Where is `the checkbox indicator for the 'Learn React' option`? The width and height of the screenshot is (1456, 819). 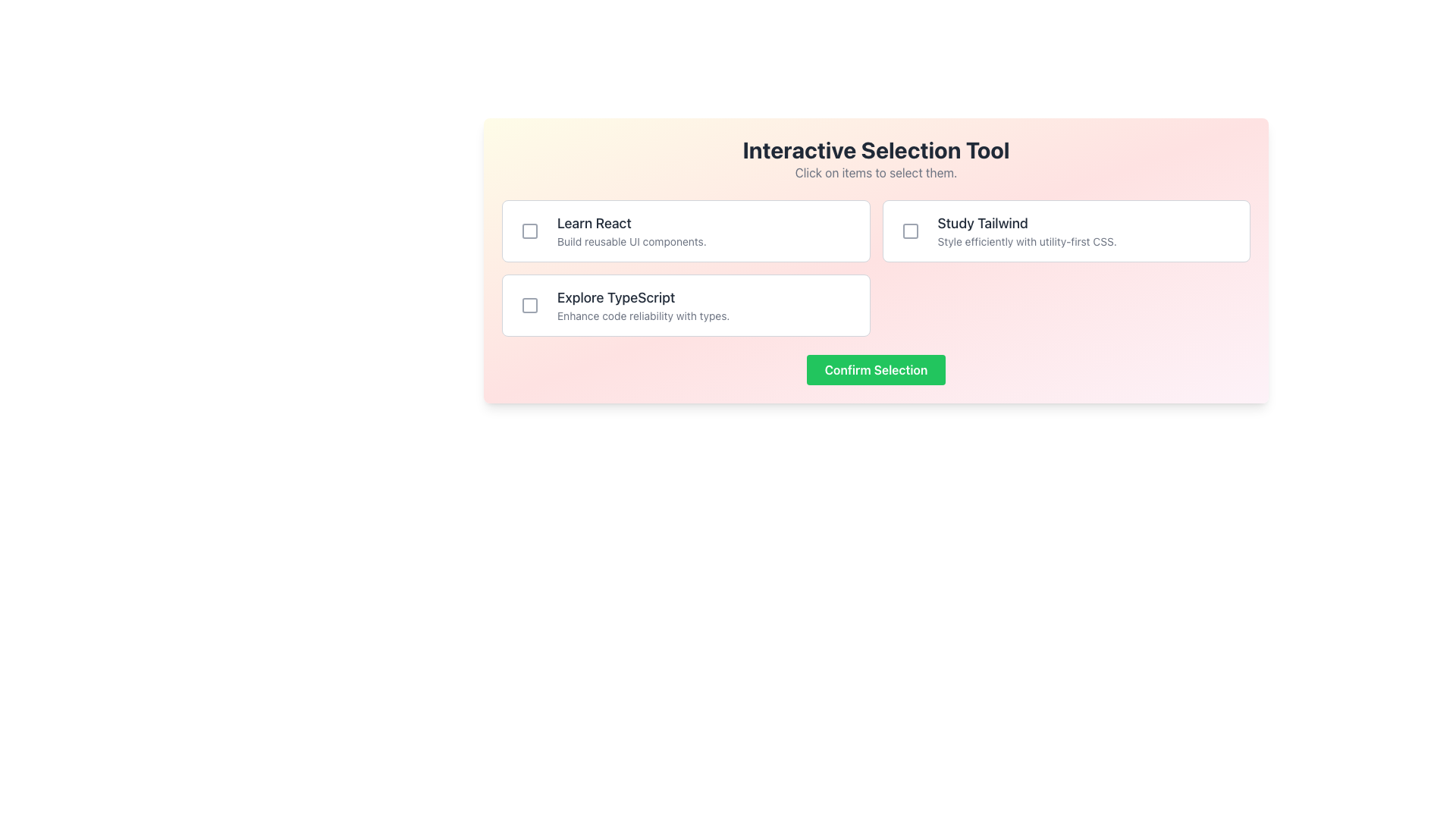 the checkbox indicator for the 'Learn React' option is located at coordinates (530, 231).